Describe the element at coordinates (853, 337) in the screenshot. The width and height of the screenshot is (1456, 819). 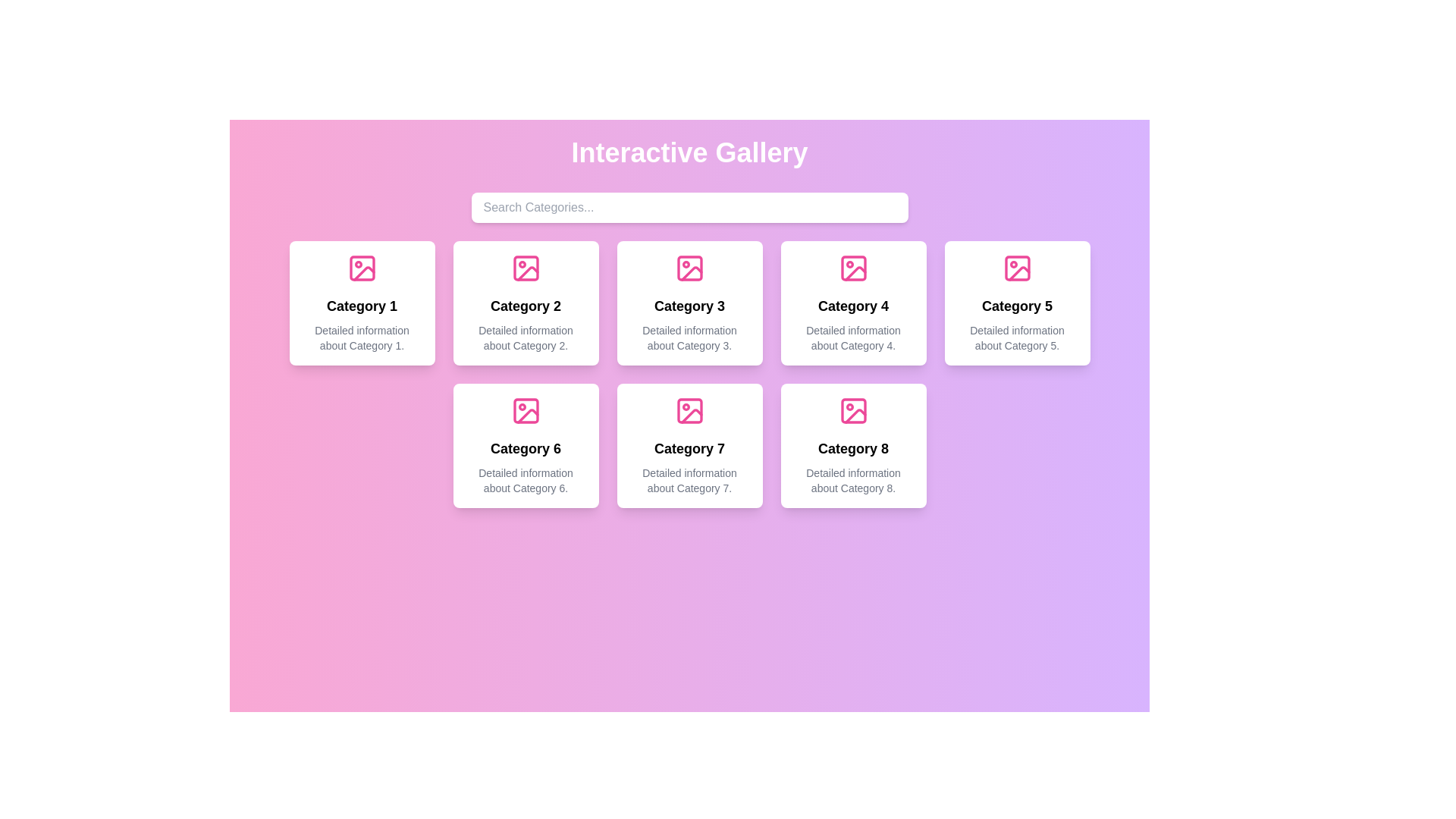
I see `static text element displaying 'Detailed information about Category 4.' located in the card labeled 'Category 4'` at that location.